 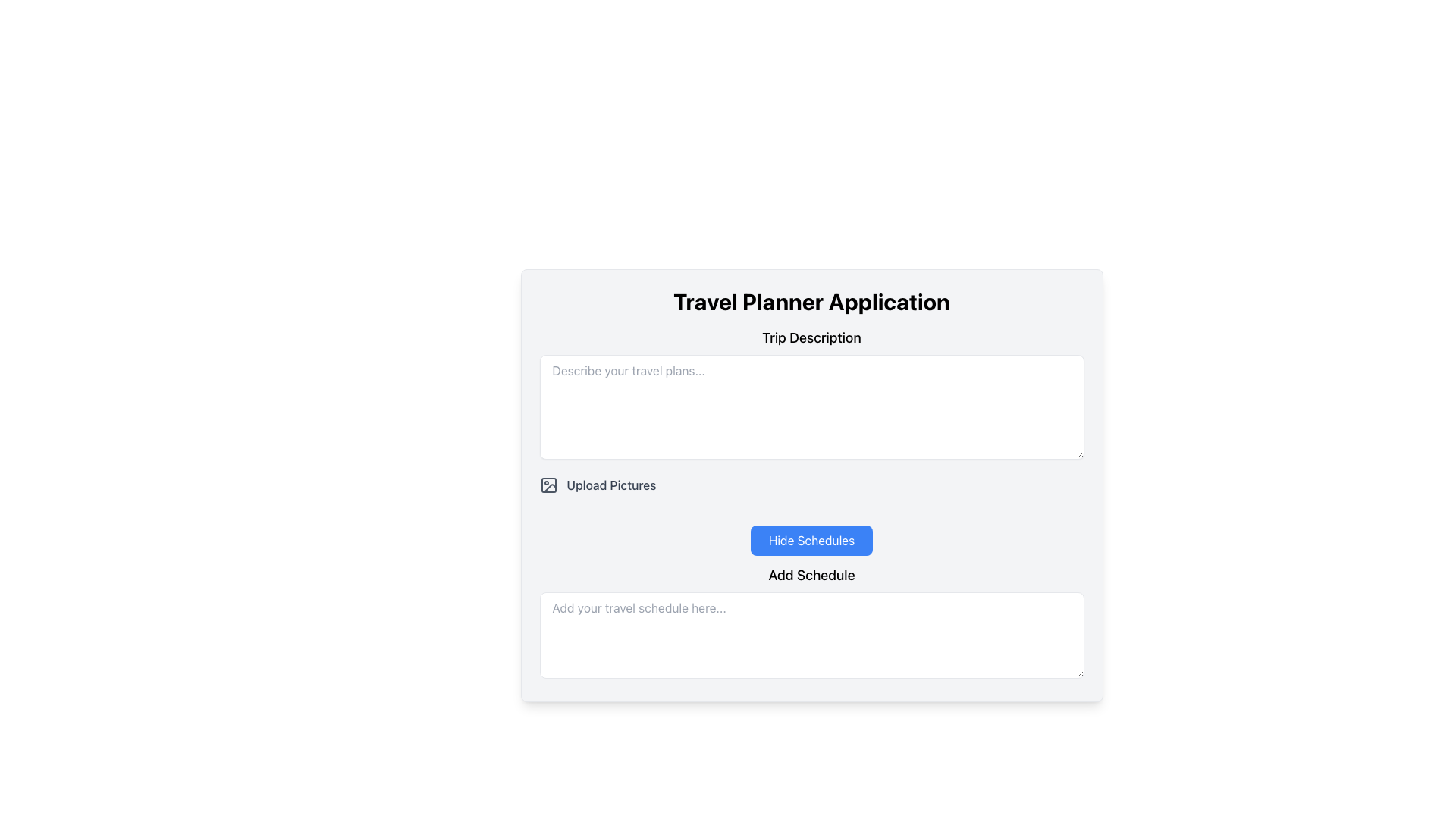 I want to click on the button that toggles the visibility of scheduled items, located above the 'Add Schedule' text field and under the 'Upload Pictures' button, so click(x=811, y=540).